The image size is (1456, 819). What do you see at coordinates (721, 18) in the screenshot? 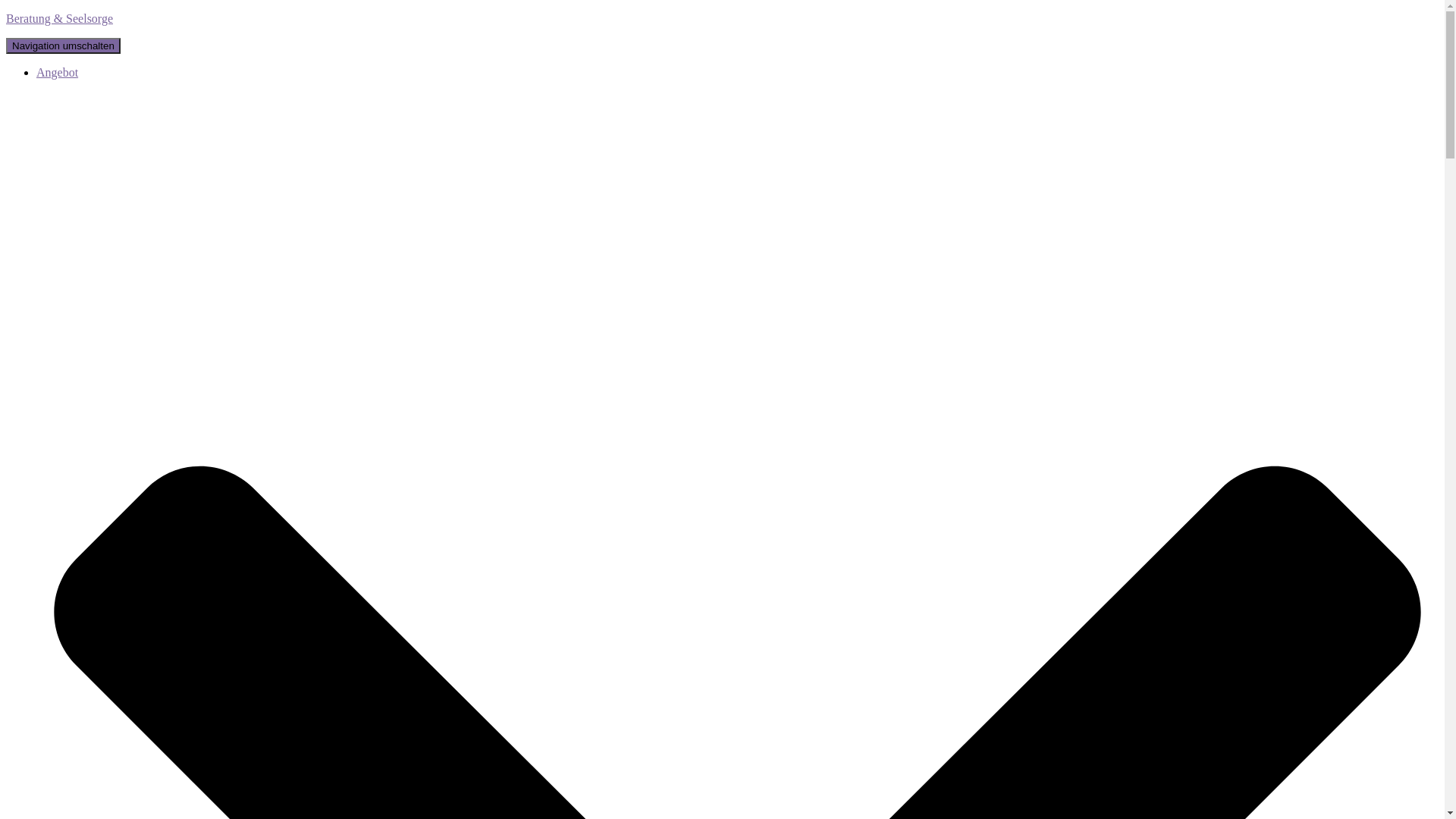
I see `'Beratung & Seelsorge'` at bounding box center [721, 18].